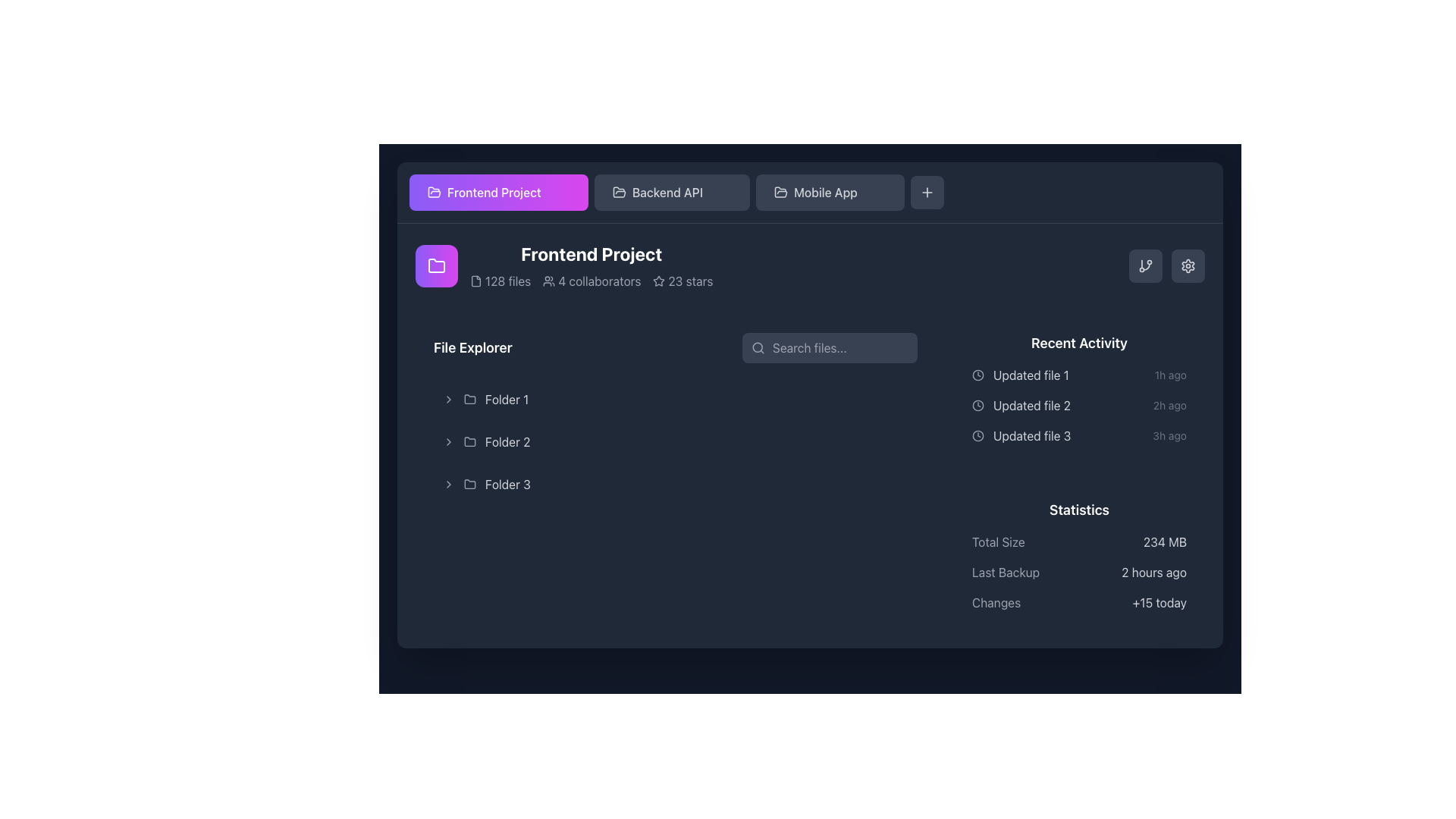  What do you see at coordinates (433, 192) in the screenshot?
I see `the open folder icon located at the leftmost region of the 'Frontend Project' button, which is gradient-colored from violet to fuchsia` at bounding box center [433, 192].